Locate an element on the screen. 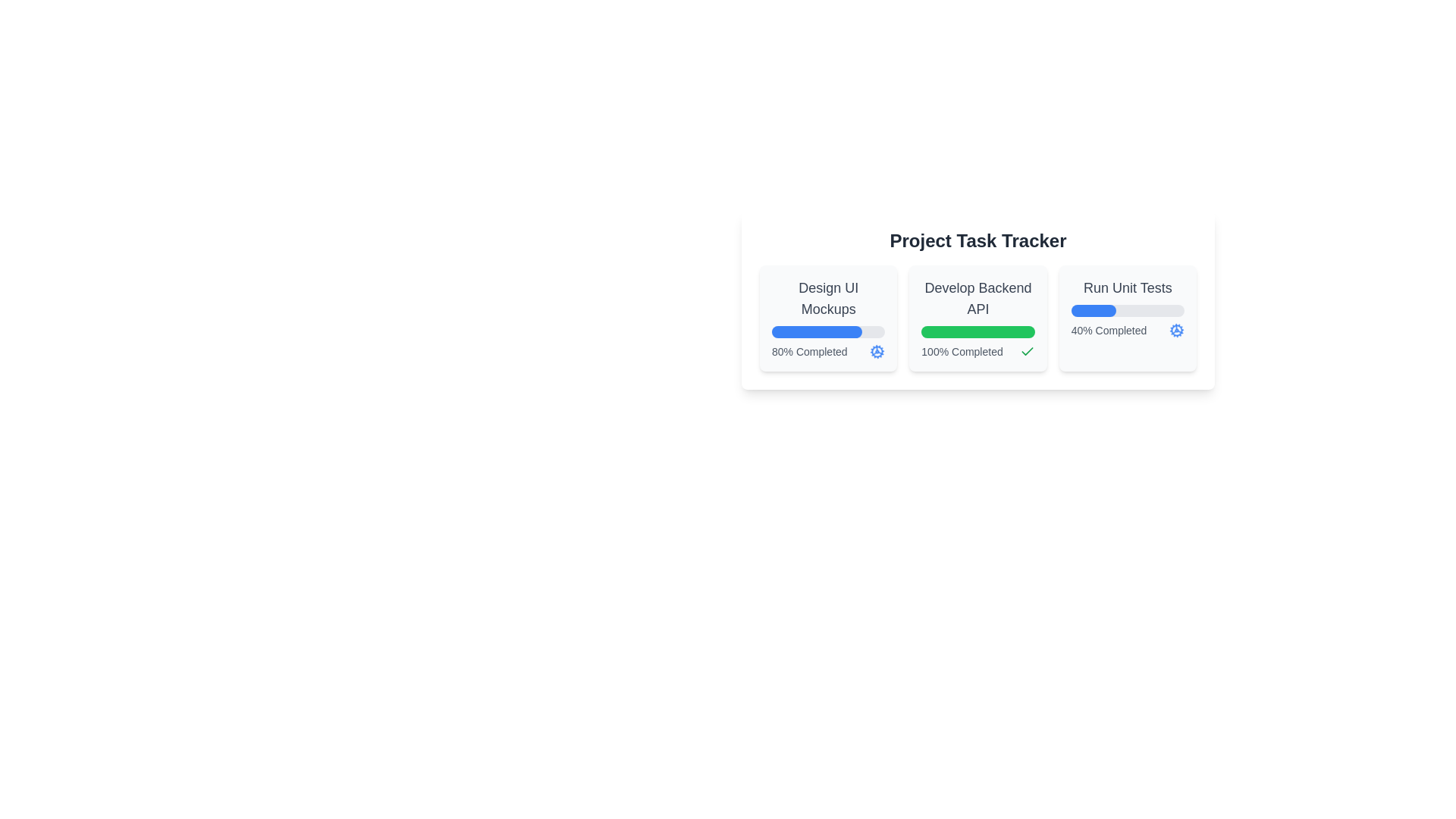 The height and width of the screenshot is (819, 1456). icon indicating successful completion located inside the 'Develop Backend API' progress item, which shows '100% Completed', and is positioned towards the right side of the green progress bar is located at coordinates (1027, 351).